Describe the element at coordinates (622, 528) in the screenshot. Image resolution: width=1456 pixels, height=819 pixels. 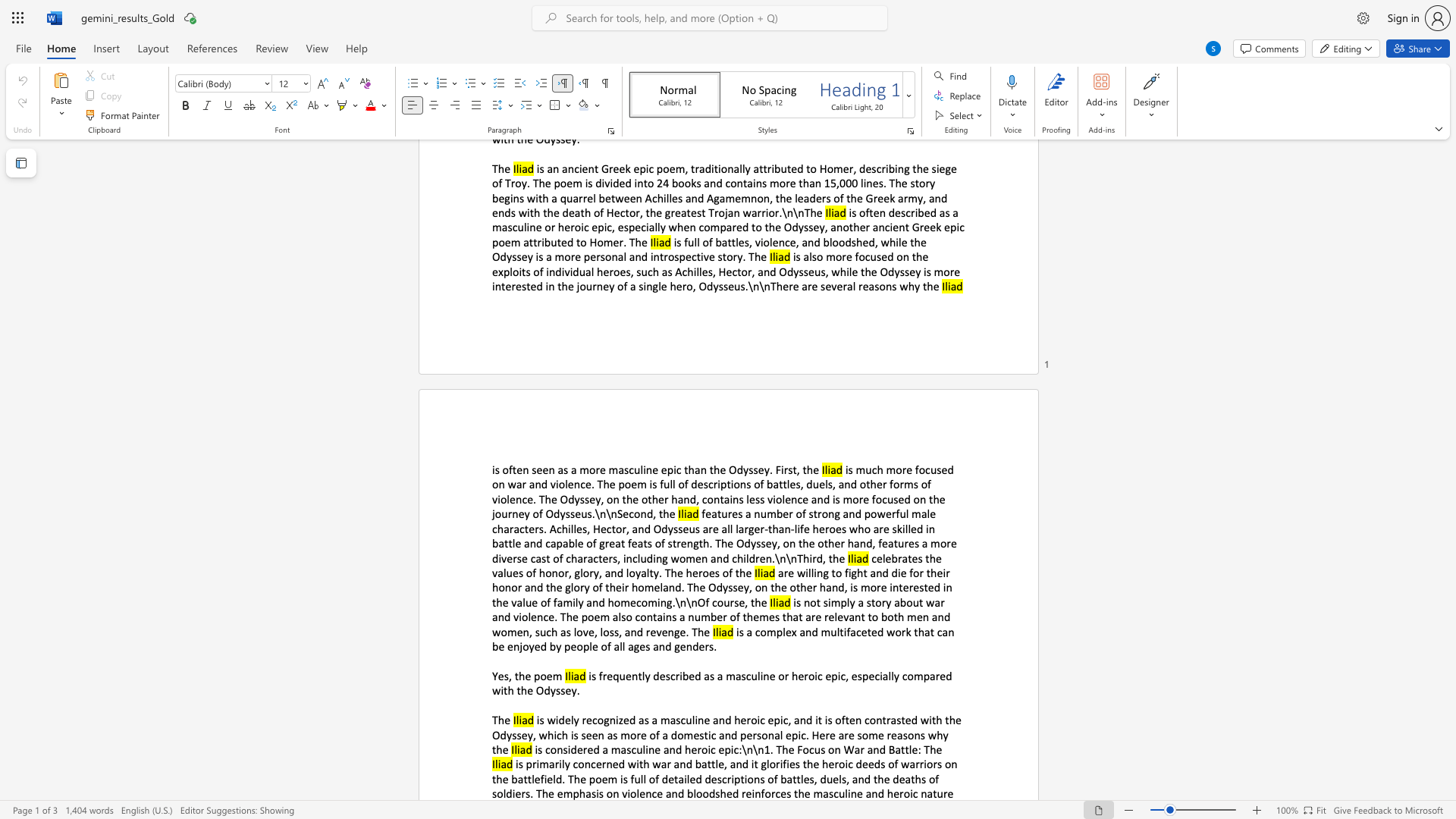
I see `the subset text "r, and Odysseus are al" within the text "features a number of strong and powerful male characters. Achilles, Hector, and Odysseus are all larger-than-life heroes who are skilled in battle and capable of great feats of strength. The Odyssey, on the other hand, features a more diverse cast of characters, including women and children.\n\nThird, the"` at that location.